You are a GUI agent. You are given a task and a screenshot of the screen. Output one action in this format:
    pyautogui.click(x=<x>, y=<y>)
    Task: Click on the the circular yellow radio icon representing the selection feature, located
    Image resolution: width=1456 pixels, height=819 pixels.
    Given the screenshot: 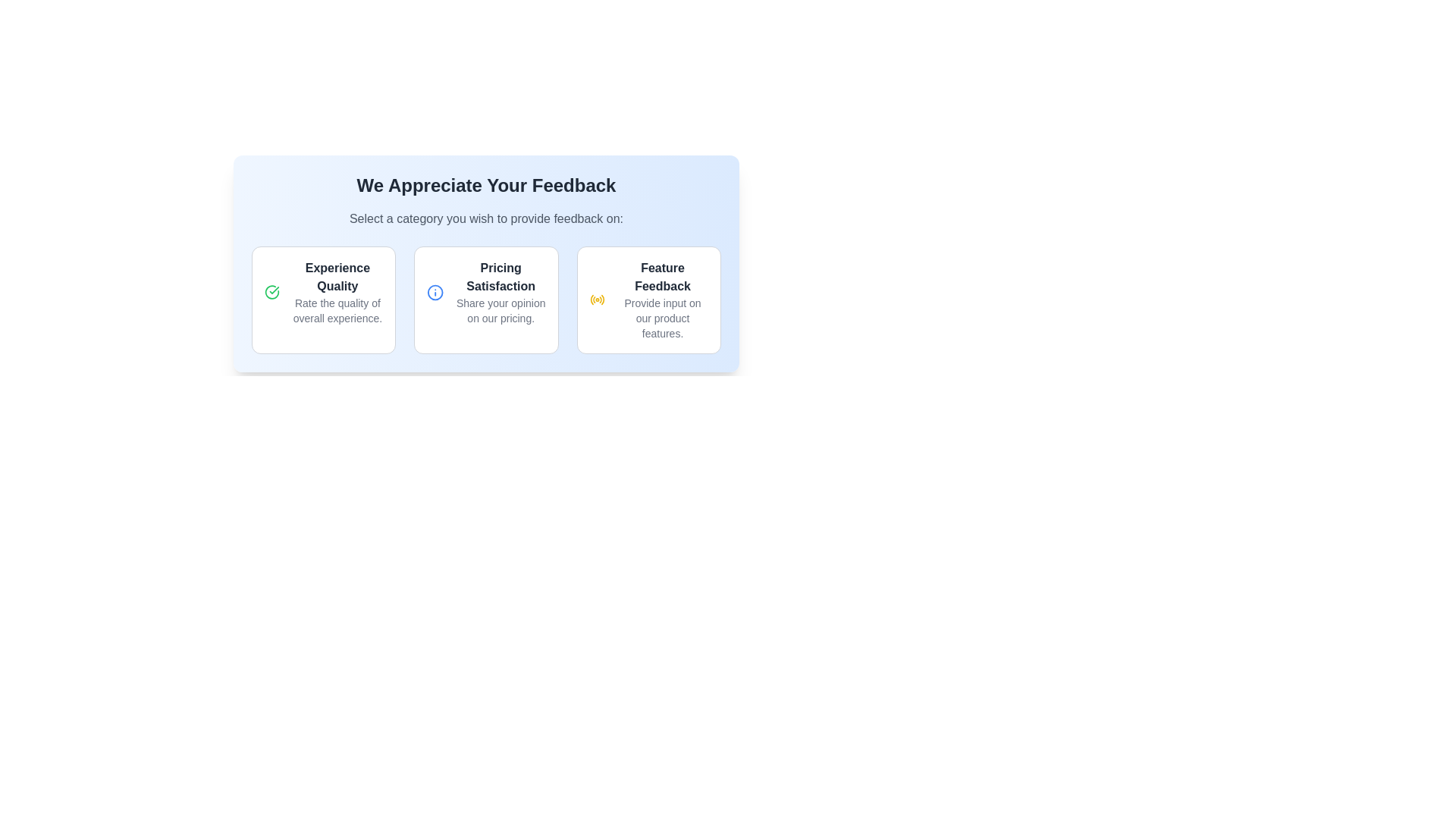 What is the action you would take?
    pyautogui.click(x=596, y=300)
    